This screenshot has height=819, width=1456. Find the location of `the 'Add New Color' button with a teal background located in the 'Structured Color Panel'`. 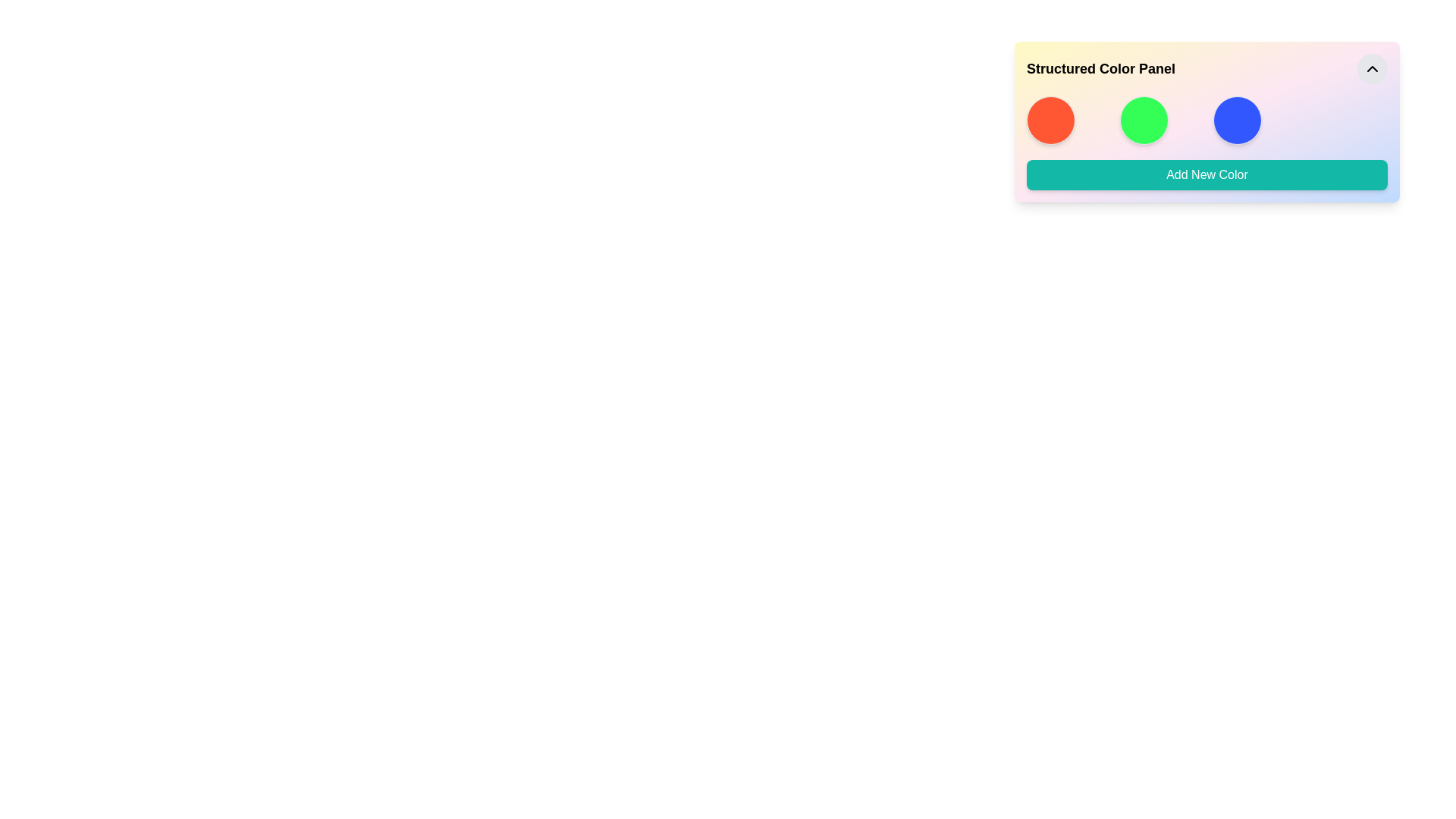

the 'Add New Color' button with a teal background located in the 'Structured Color Panel' is located at coordinates (1207, 174).